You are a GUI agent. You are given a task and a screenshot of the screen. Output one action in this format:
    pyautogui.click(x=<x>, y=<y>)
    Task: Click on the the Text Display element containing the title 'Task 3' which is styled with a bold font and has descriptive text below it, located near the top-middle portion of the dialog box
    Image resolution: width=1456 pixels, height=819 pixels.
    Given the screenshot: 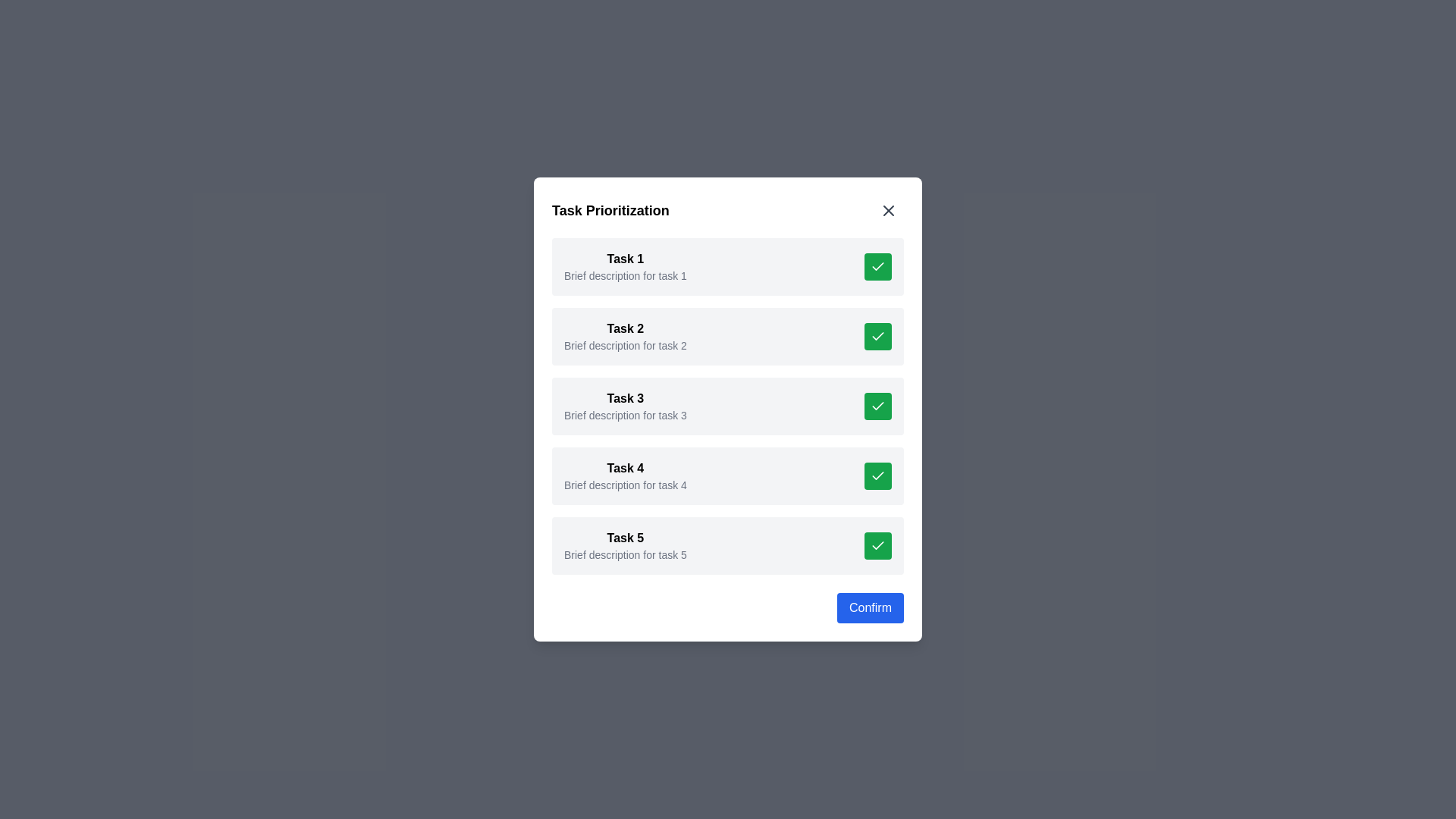 What is the action you would take?
    pyautogui.click(x=626, y=406)
    